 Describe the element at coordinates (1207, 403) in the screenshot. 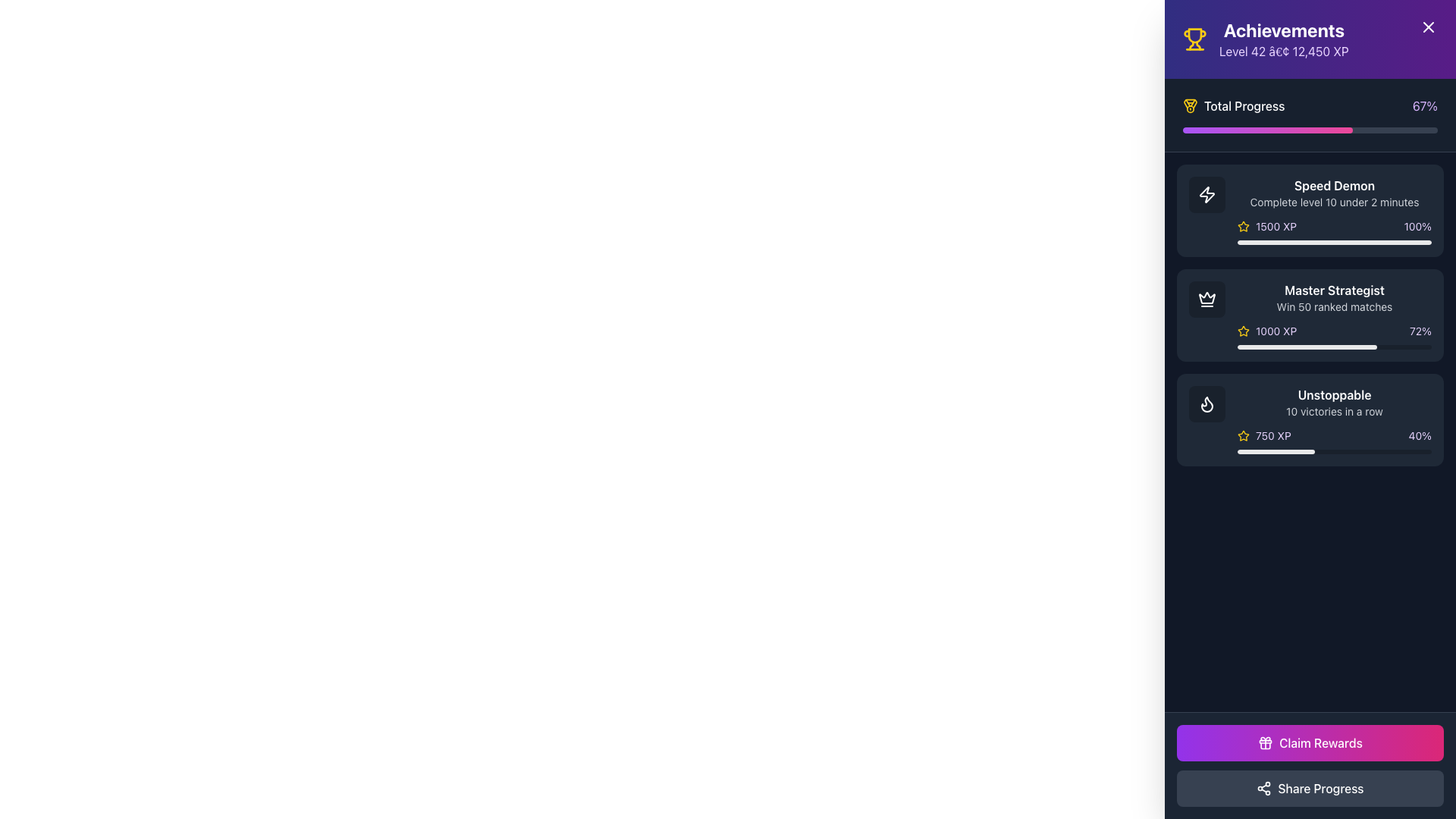

I see `the decorative icon representing the 'Unstoppable' achievement located at the left side of the achievement card, above the text '10 victories in a row'` at that location.